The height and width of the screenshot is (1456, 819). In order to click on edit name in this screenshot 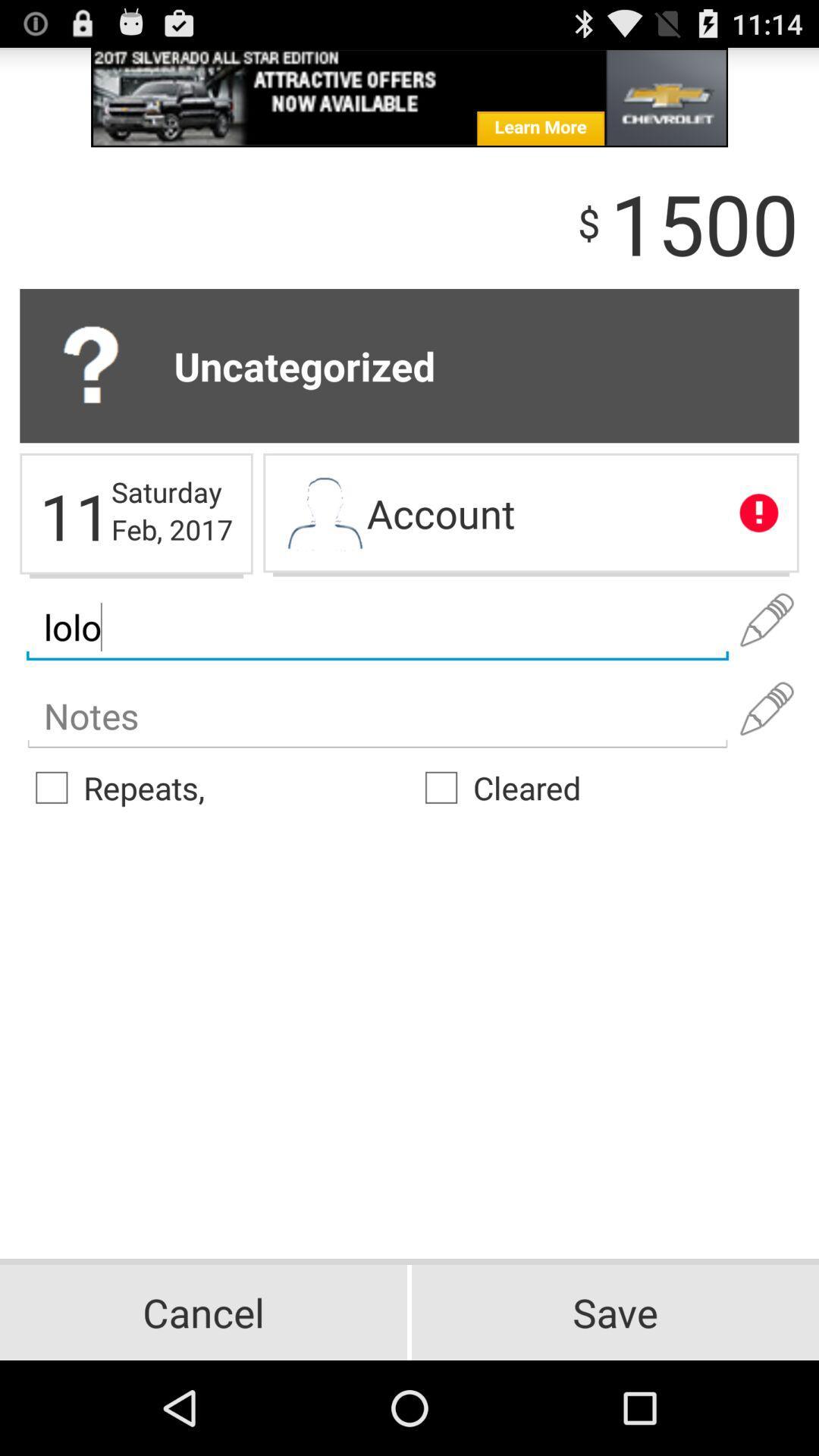, I will do `click(767, 620)`.